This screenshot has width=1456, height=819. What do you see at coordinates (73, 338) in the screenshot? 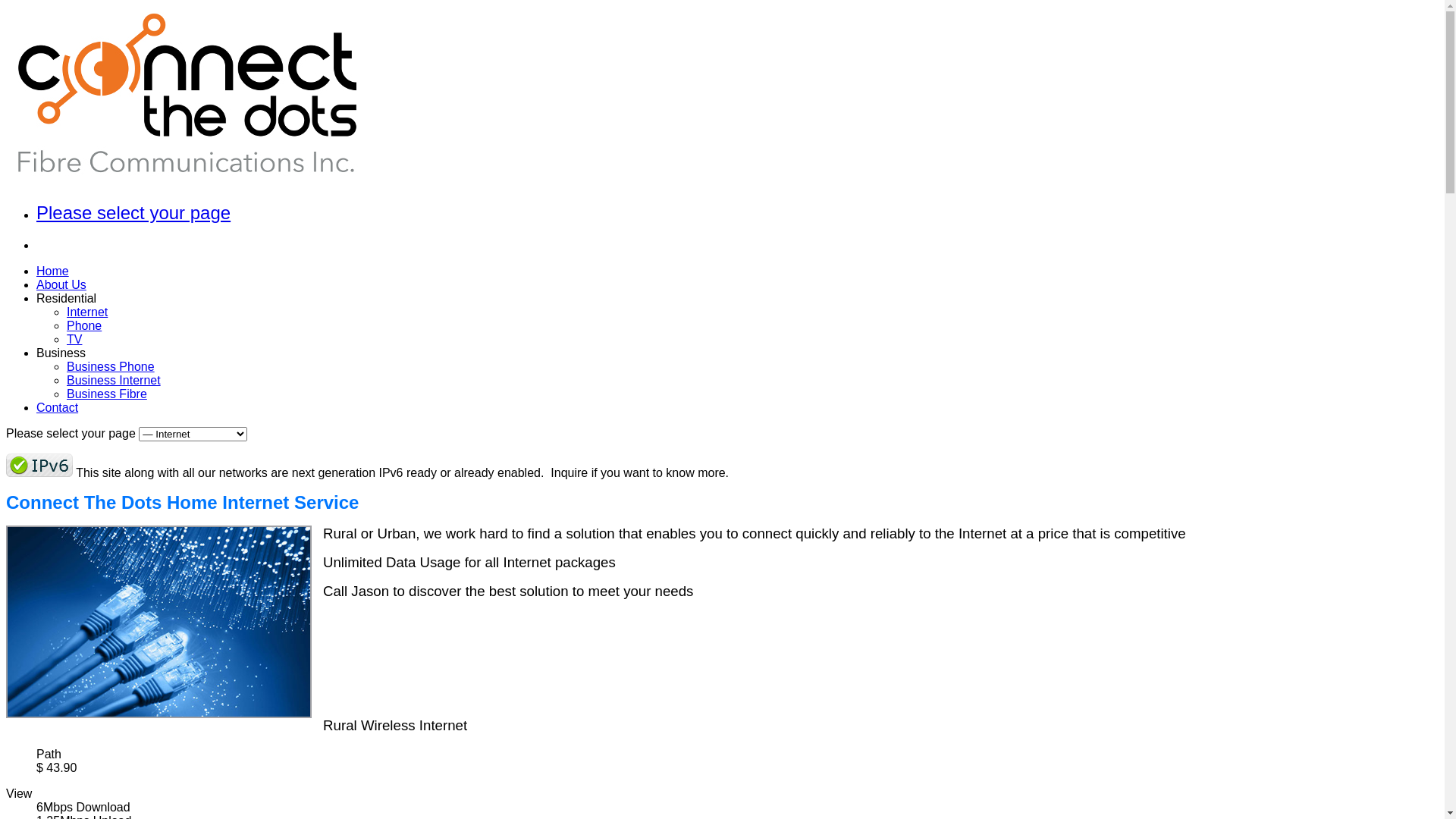
I see `'TV'` at bounding box center [73, 338].